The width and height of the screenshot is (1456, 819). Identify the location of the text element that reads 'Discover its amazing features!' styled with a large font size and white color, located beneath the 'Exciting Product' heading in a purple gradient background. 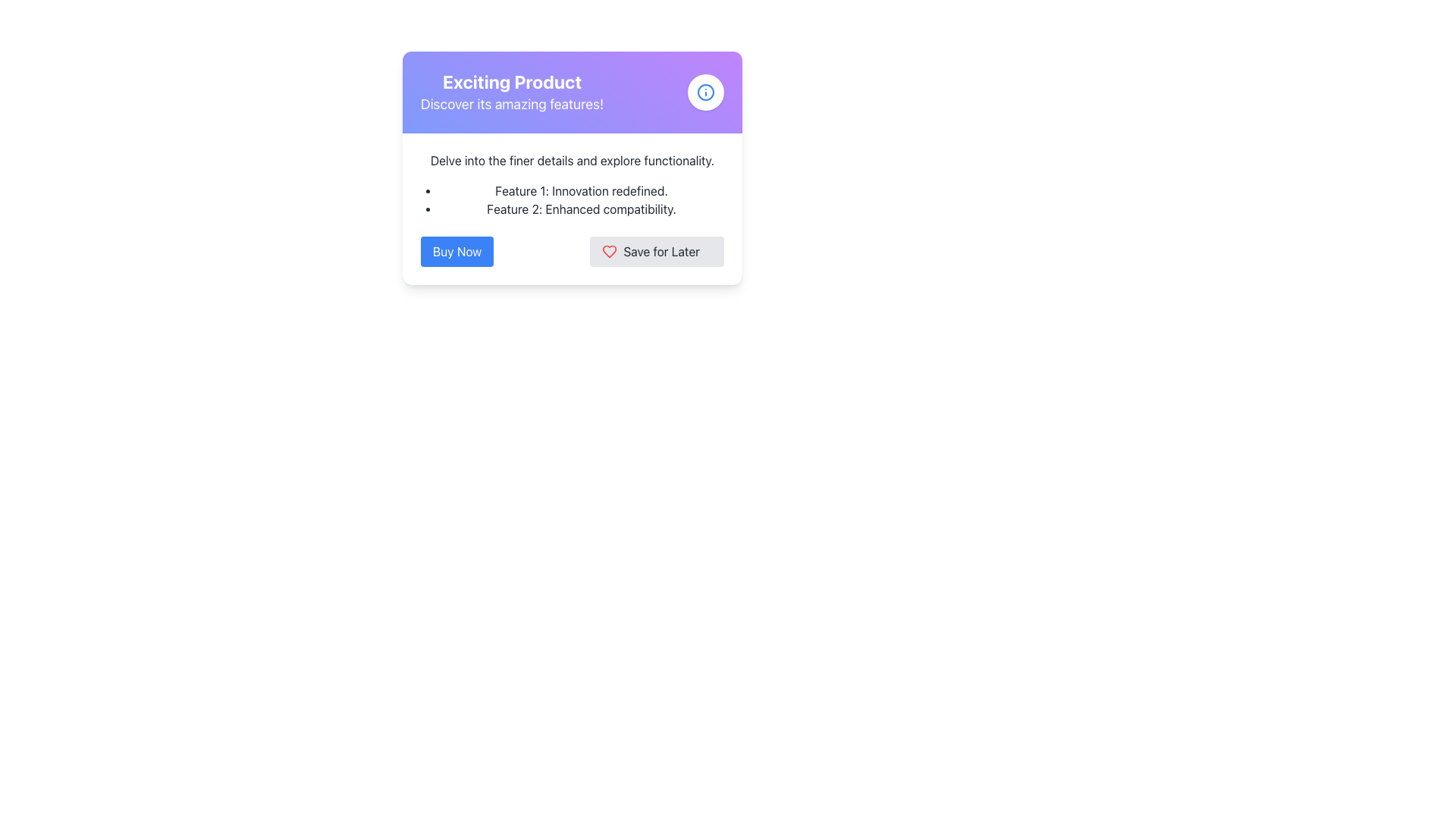
(512, 104).